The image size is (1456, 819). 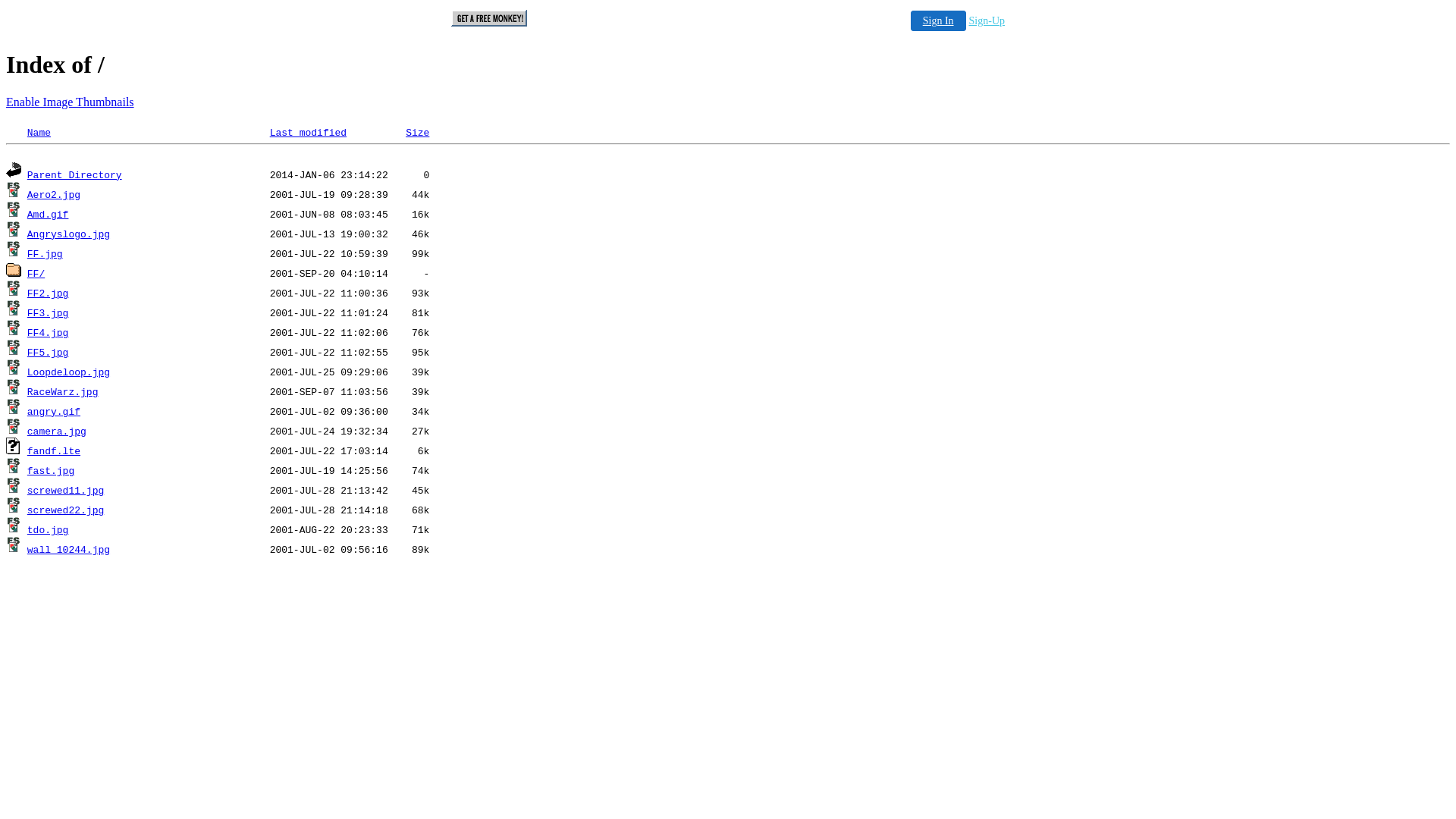 What do you see at coordinates (74, 174) in the screenshot?
I see `'Parent Directory'` at bounding box center [74, 174].